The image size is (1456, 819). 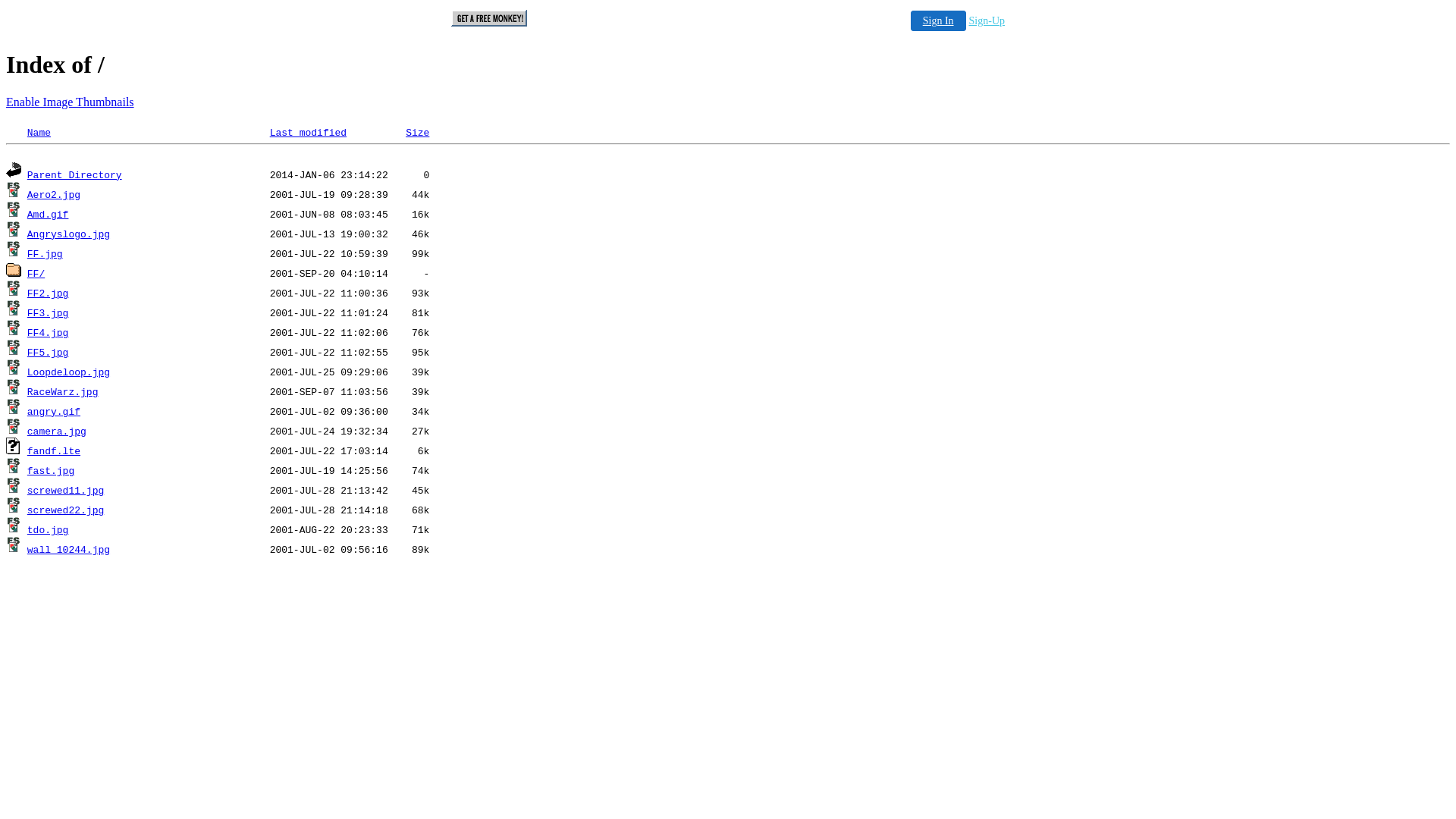 What do you see at coordinates (74, 174) in the screenshot?
I see `'Parent Directory'` at bounding box center [74, 174].